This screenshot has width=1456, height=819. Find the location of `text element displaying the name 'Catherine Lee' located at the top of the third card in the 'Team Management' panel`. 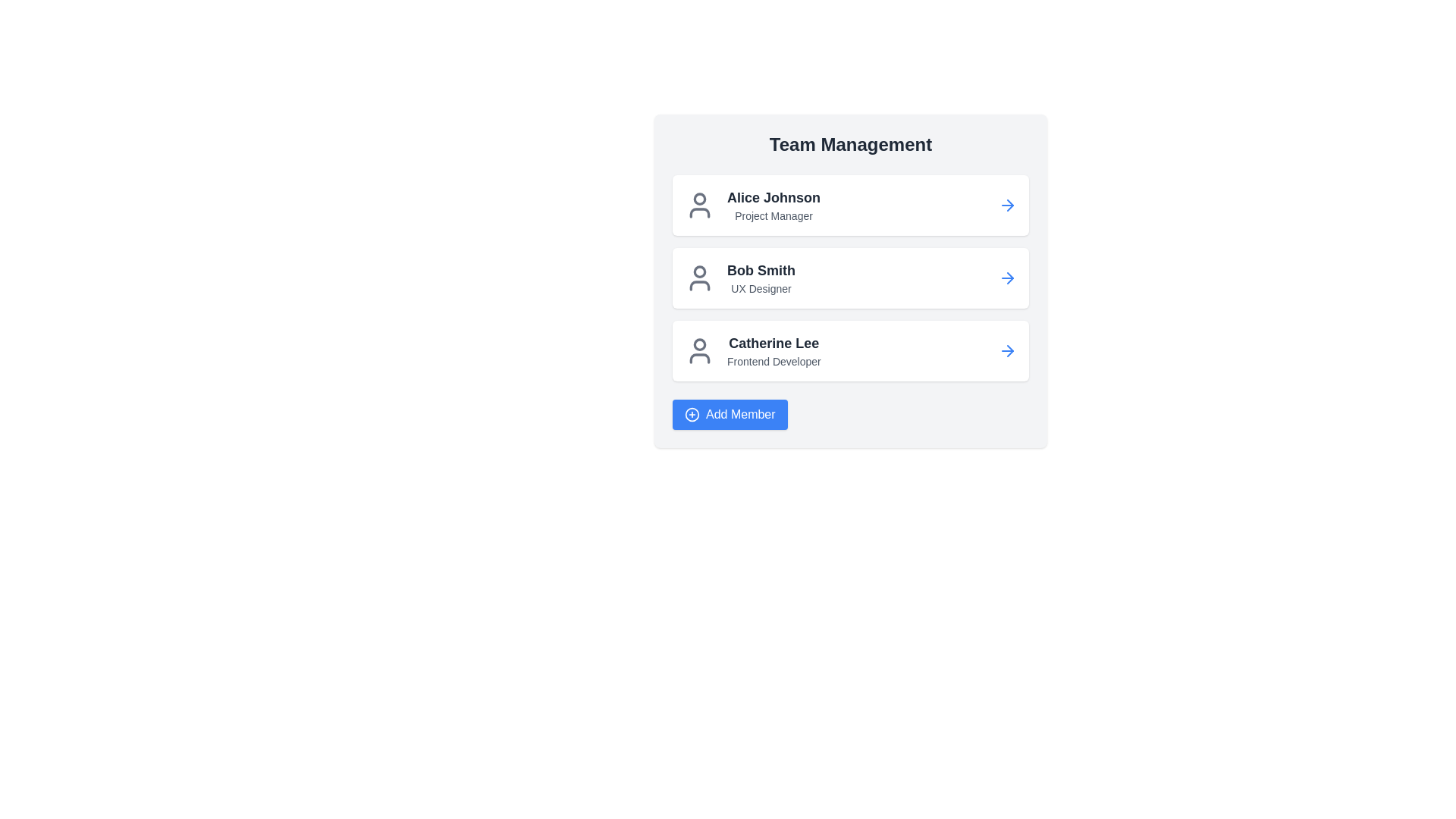

text element displaying the name 'Catherine Lee' located at the top of the third card in the 'Team Management' panel is located at coordinates (773, 343).